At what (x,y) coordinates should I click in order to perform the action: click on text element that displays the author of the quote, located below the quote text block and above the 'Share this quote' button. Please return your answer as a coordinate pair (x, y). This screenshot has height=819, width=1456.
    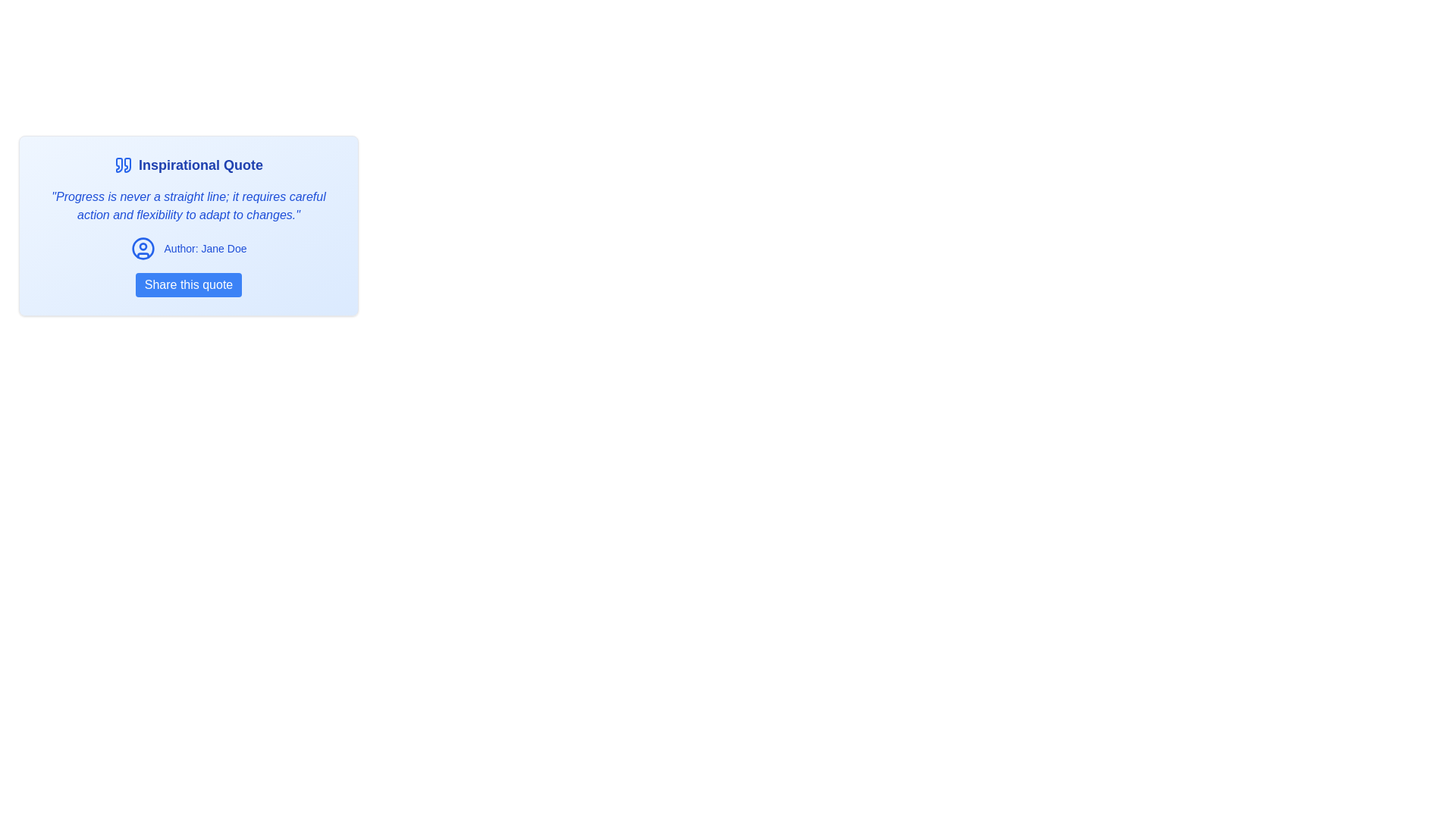
    Looking at the image, I should click on (188, 247).